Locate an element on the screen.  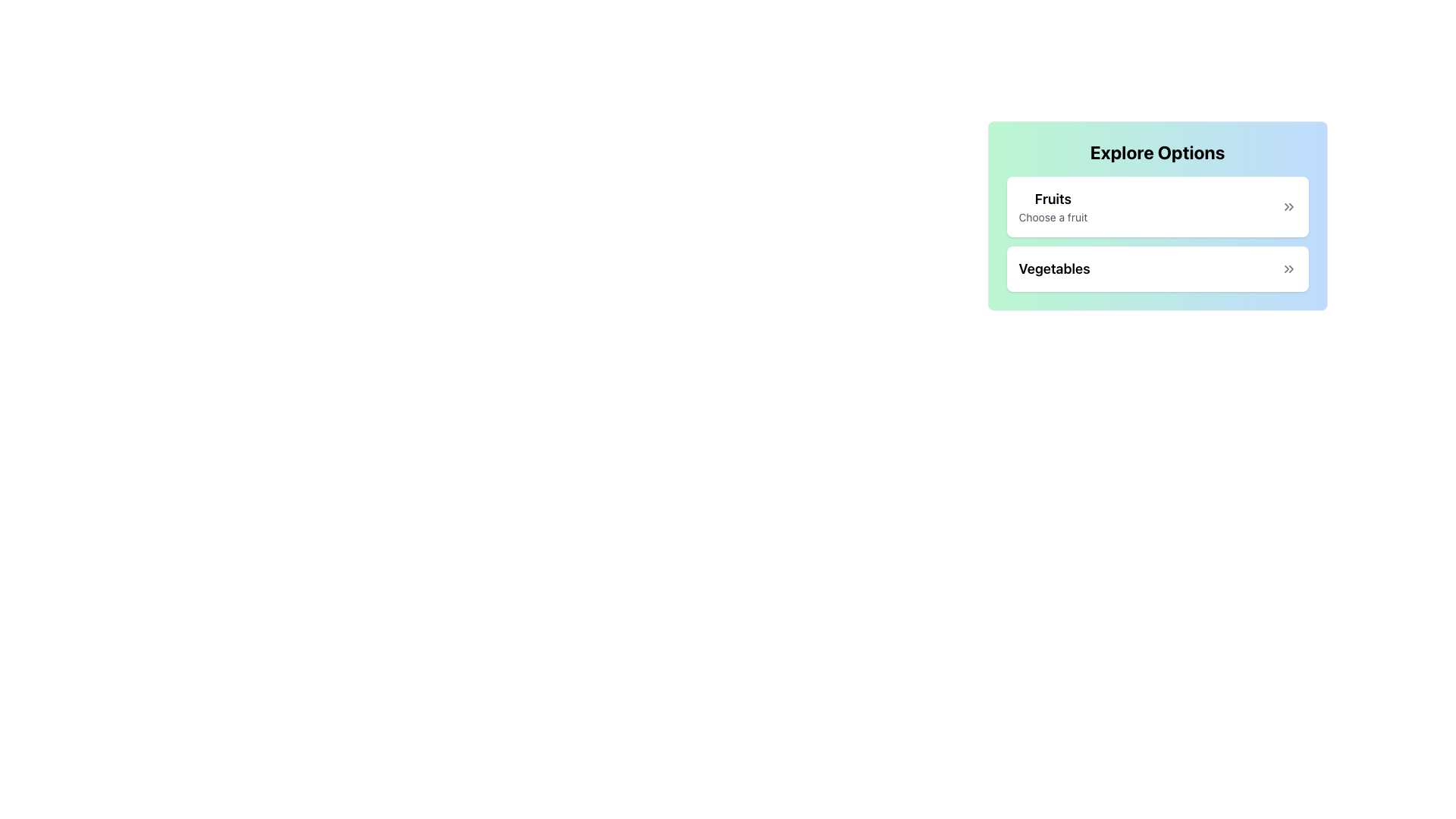
the icon located to the right of the text 'Fruits' and 'Choose a fruit' within the 'Fruits' section is located at coordinates (1288, 207).